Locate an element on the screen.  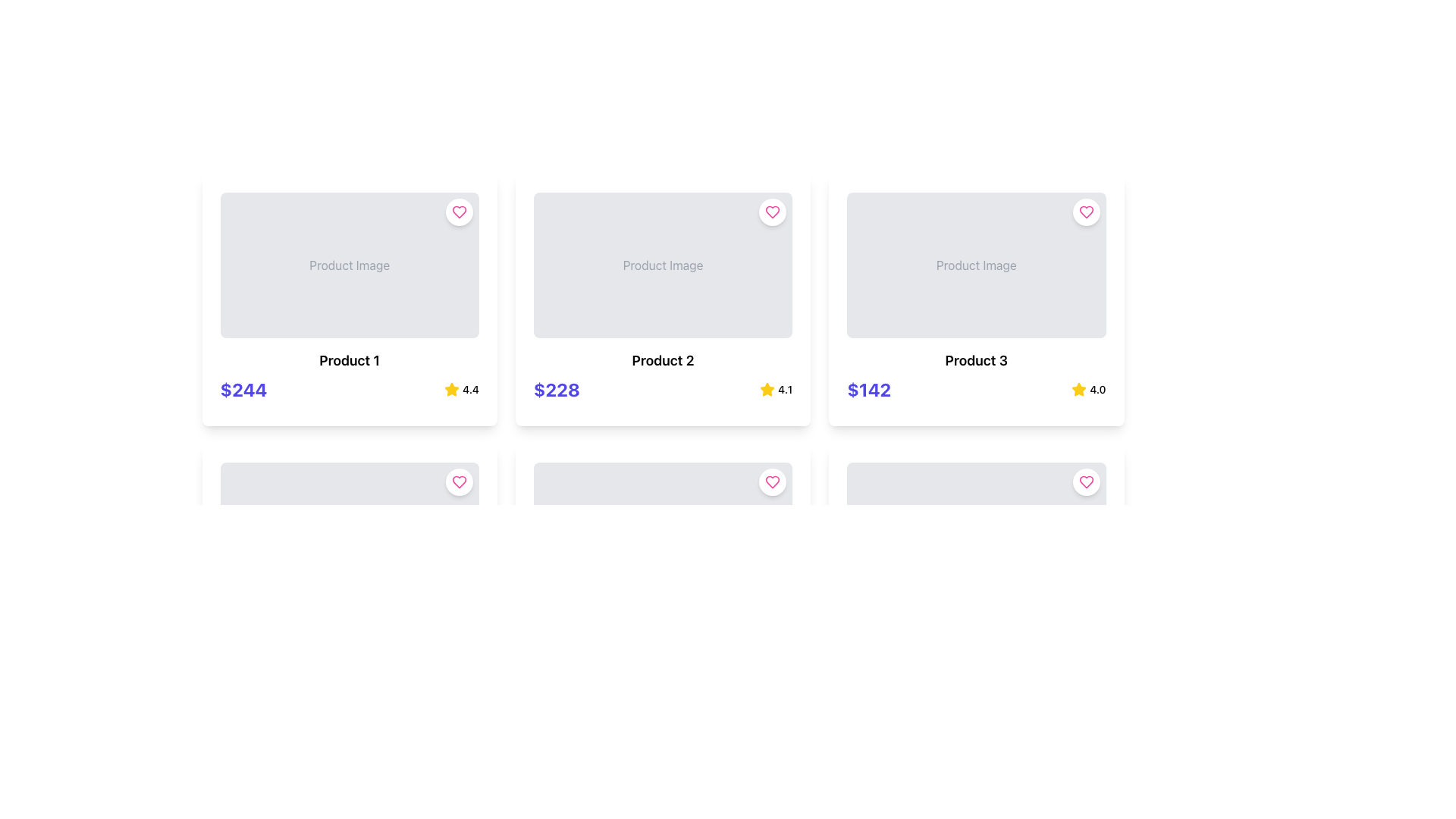
the light-gray rectangular image placeholder labeled 'Product Image' at the top center of the product card for 'Product 1' is located at coordinates (349, 265).